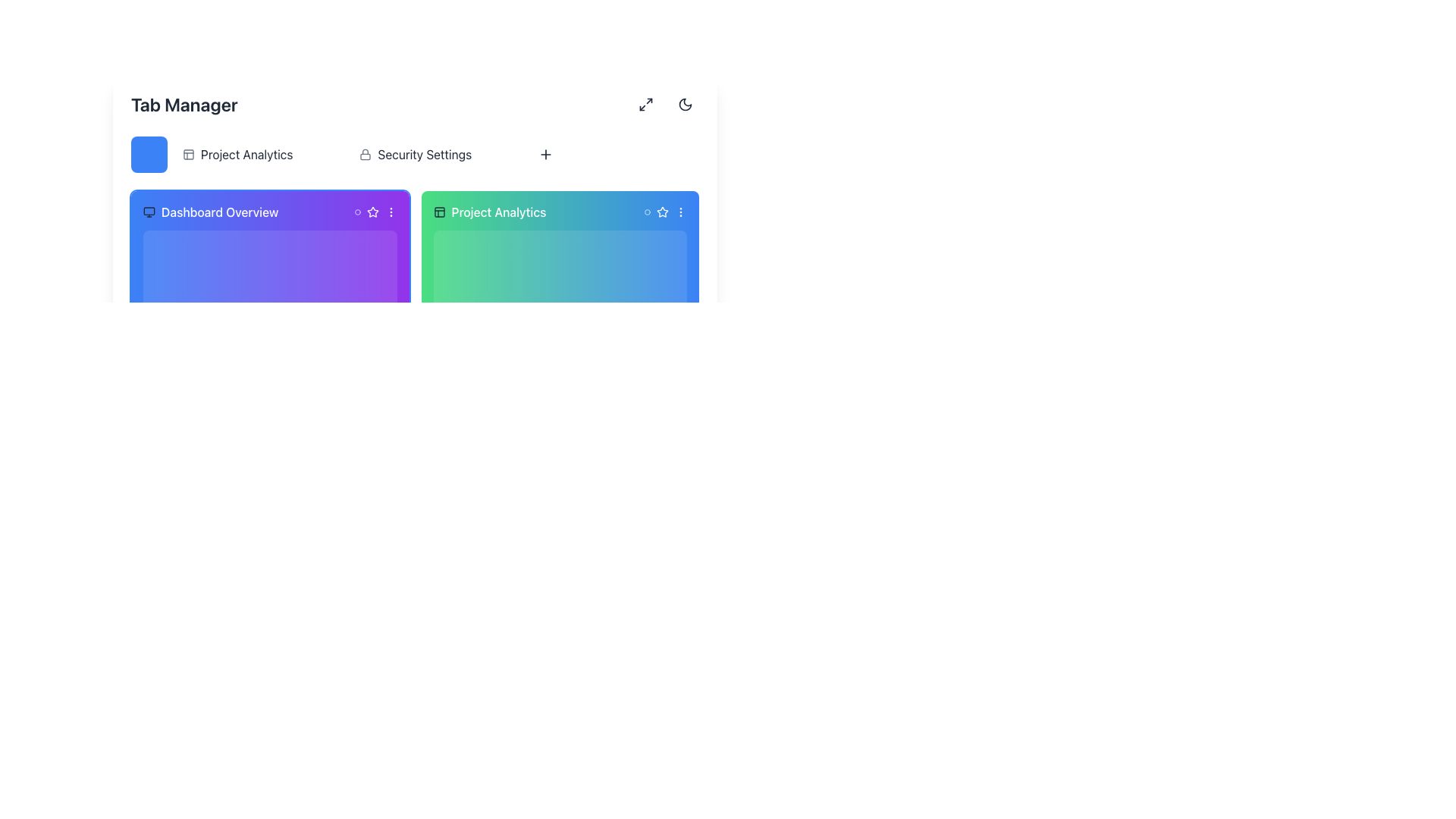 This screenshot has width=1456, height=819. I want to click on the SVG Rectangle icon located to the left of the 'Project Analytics' text in the header area of the interface, so click(188, 155).